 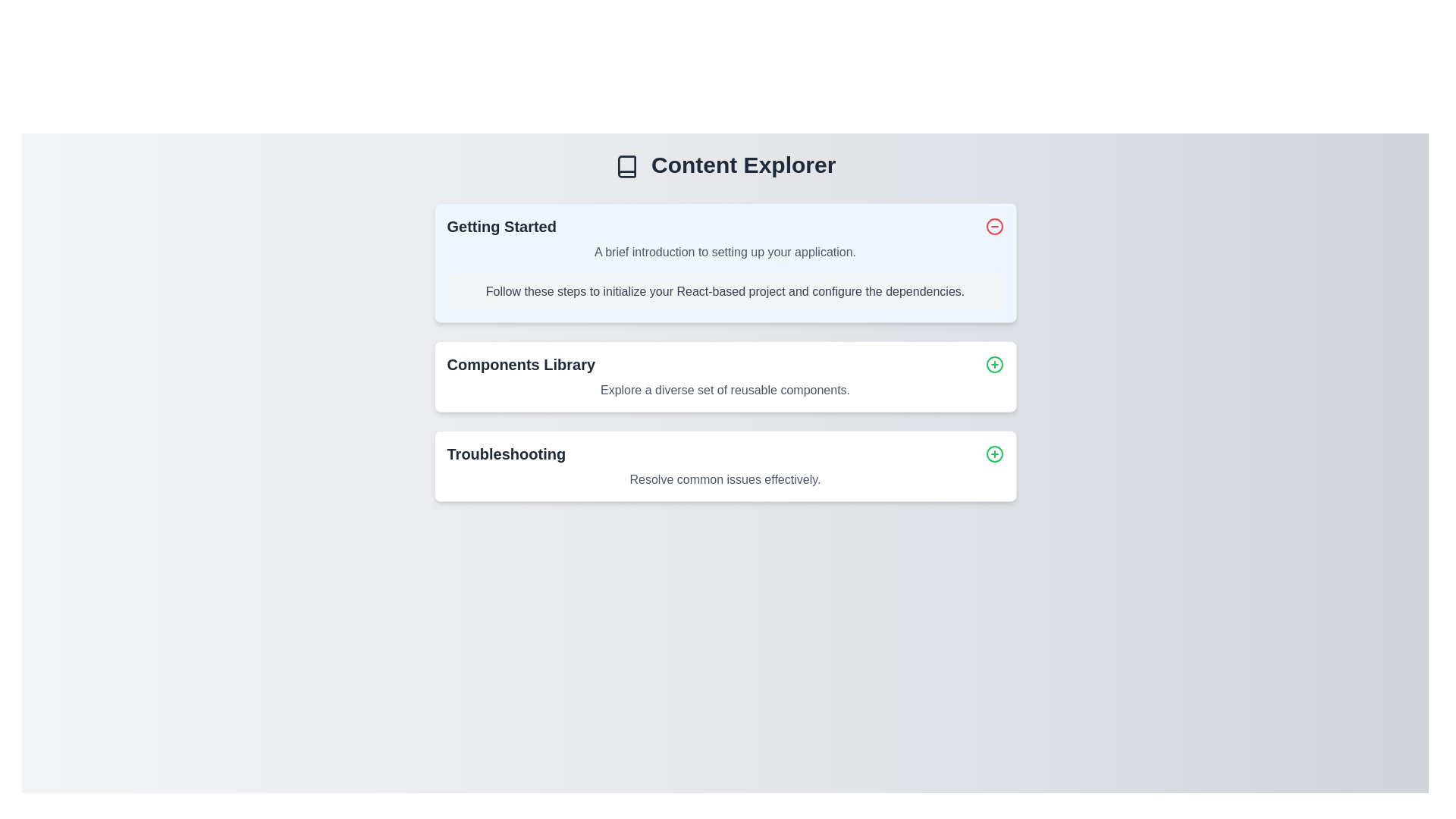 What do you see at coordinates (994, 453) in the screenshot?
I see `the icon located on the right side of the 'Troubleshooting' section` at bounding box center [994, 453].